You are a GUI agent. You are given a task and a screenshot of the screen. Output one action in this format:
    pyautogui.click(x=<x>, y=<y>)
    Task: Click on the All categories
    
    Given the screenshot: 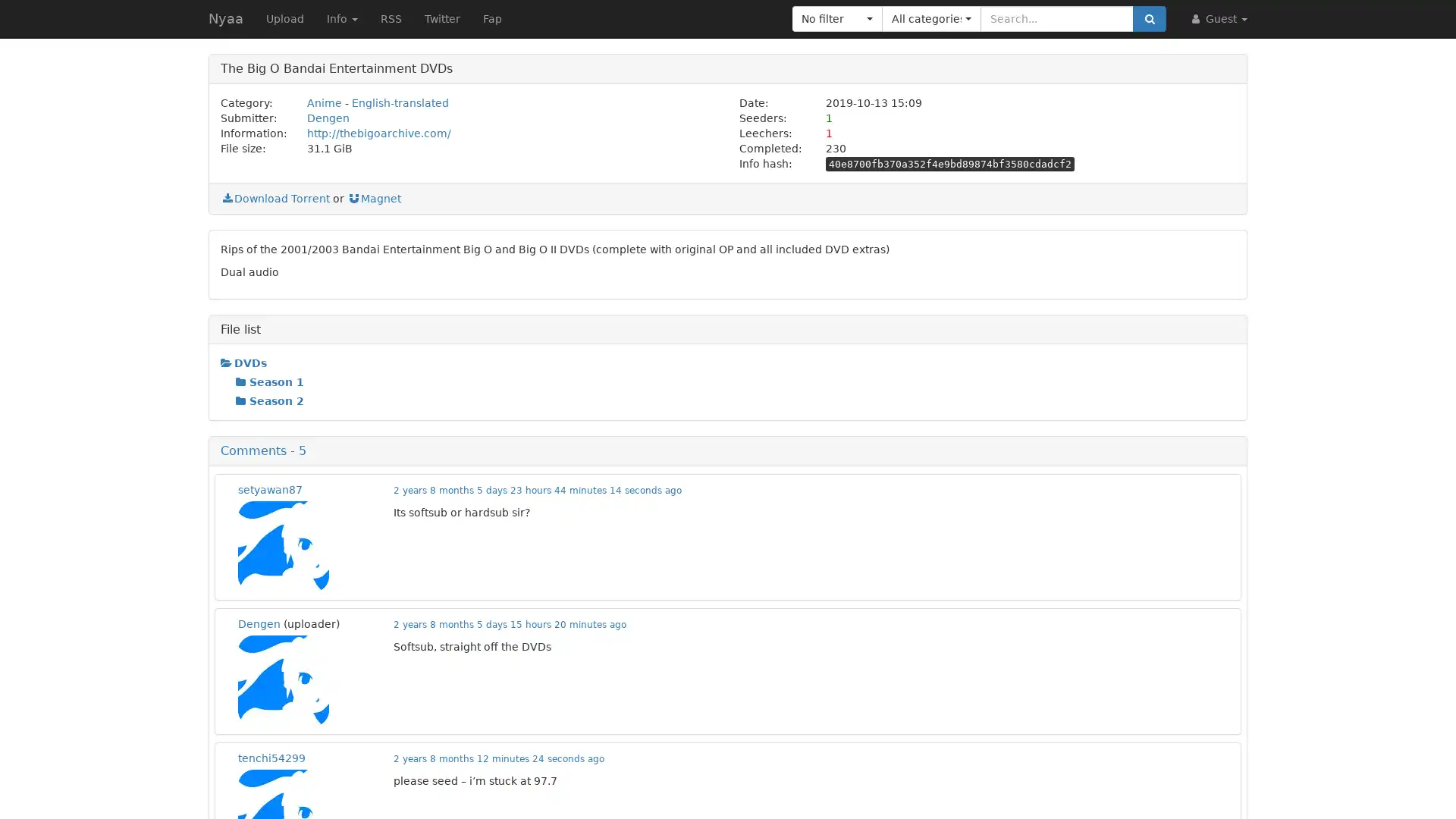 What is the action you would take?
    pyautogui.click(x=930, y=18)
    